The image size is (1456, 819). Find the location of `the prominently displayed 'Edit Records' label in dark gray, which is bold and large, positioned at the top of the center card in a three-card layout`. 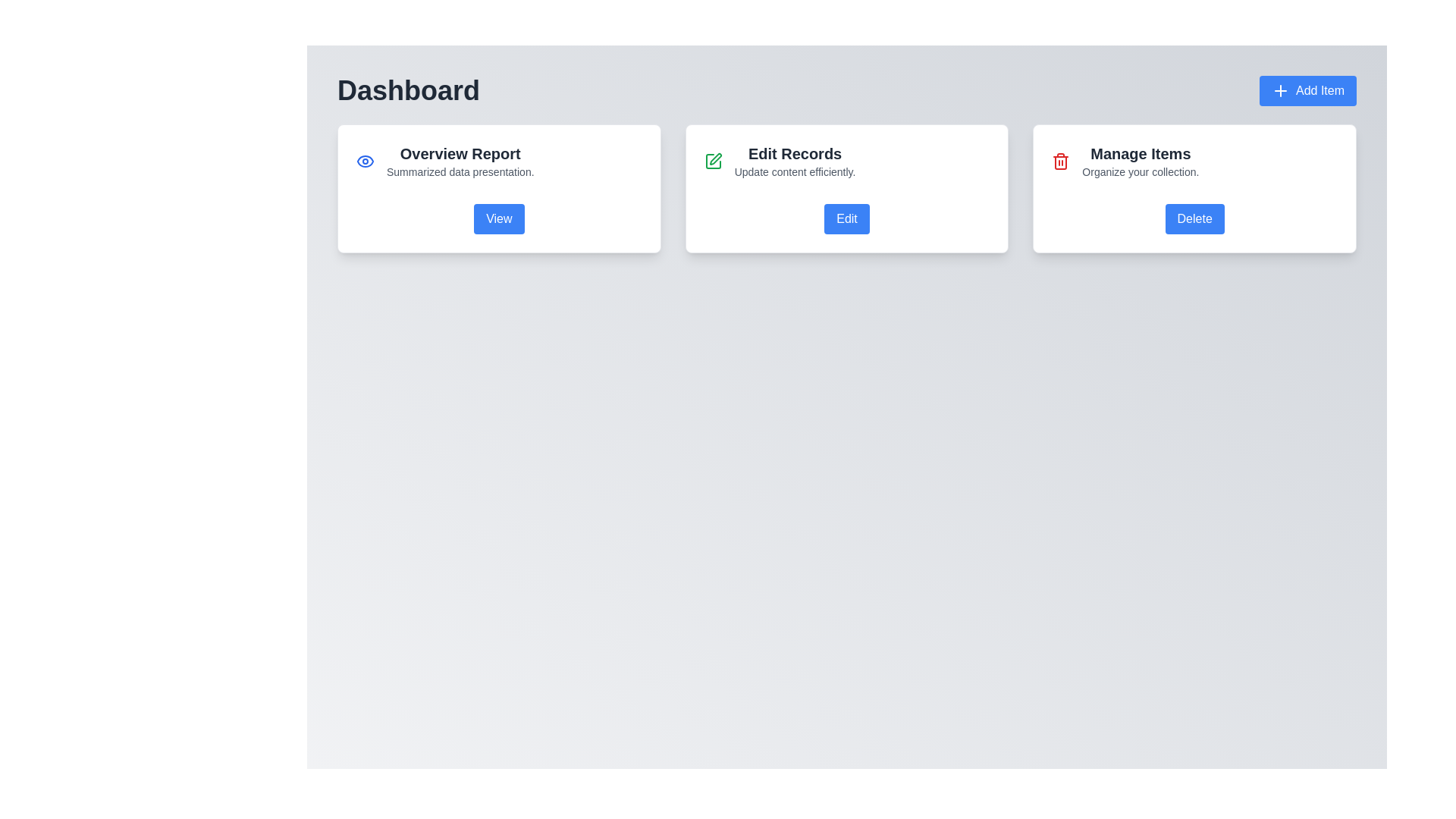

the prominently displayed 'Edit Records' label in dark gray, which is bold and large, positioned at the top of the center card in a three-card layout is located at coordinates (794, 154).